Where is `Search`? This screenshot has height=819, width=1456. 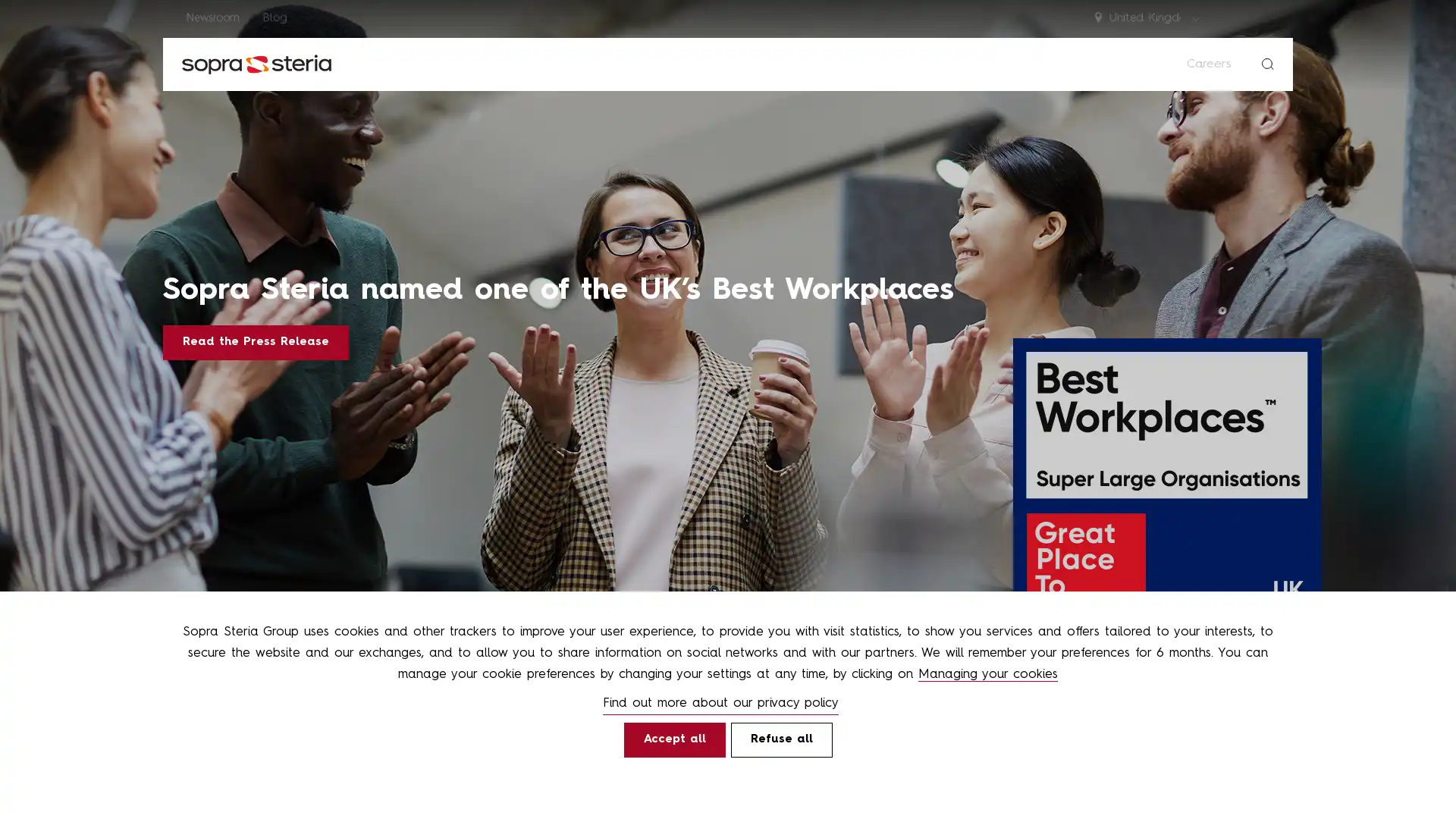 Search is located at coordinates (1267, 63).